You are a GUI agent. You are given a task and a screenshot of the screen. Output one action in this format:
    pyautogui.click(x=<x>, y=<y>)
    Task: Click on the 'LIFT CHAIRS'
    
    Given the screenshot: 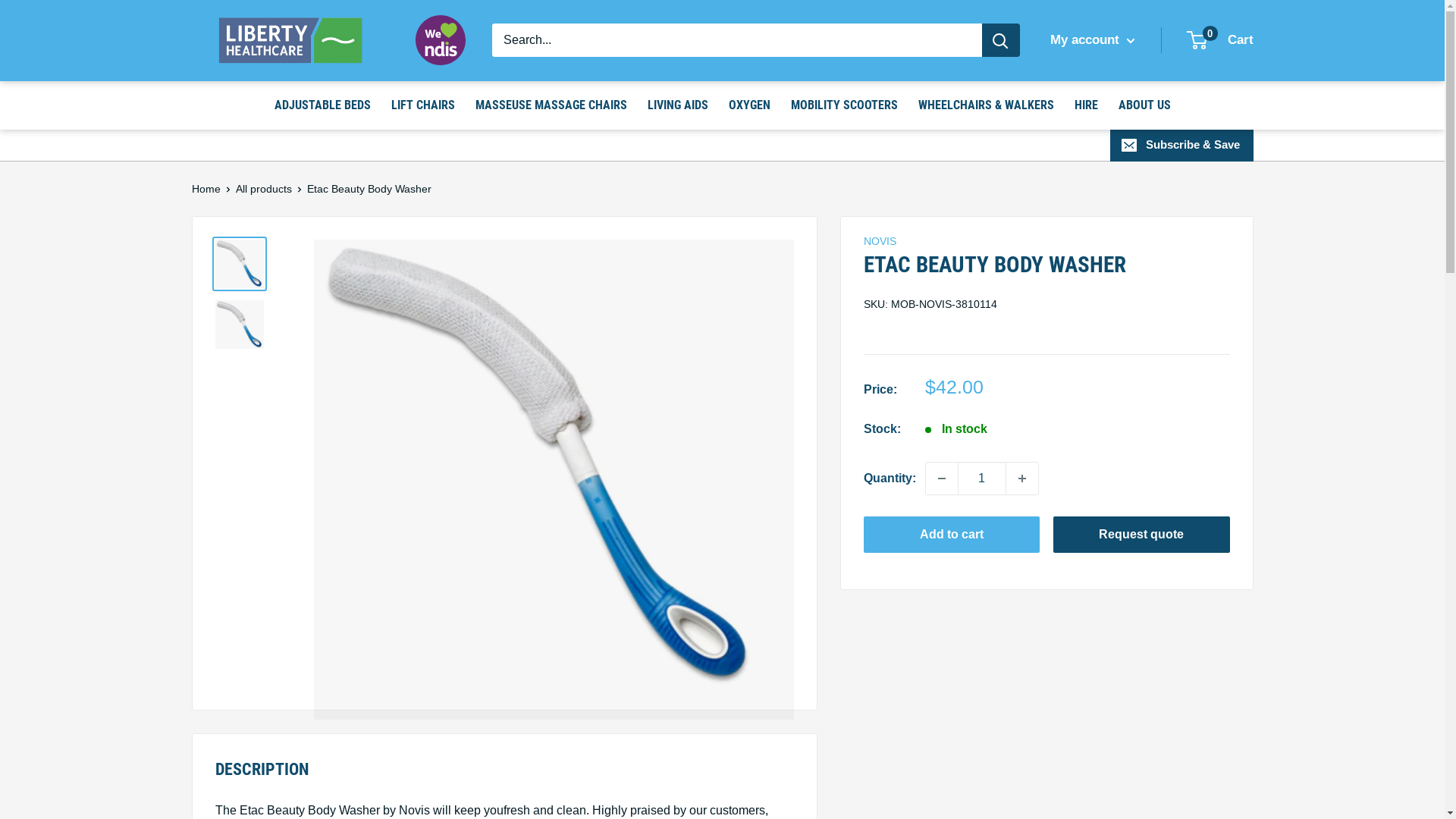 What is the action you would take?
    pyautogui.click(x=422, y=104)
    